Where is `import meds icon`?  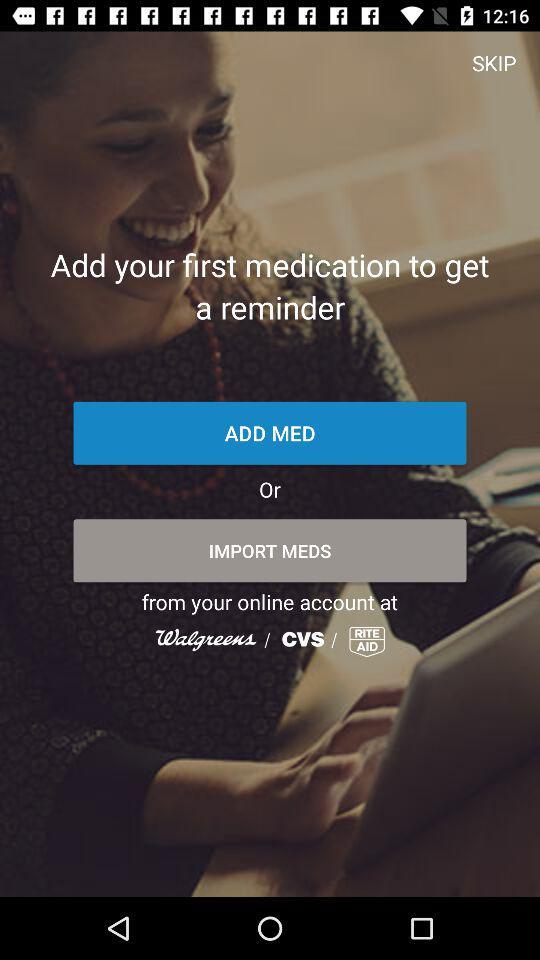 import meds icon is located at coordinates (270, 550).